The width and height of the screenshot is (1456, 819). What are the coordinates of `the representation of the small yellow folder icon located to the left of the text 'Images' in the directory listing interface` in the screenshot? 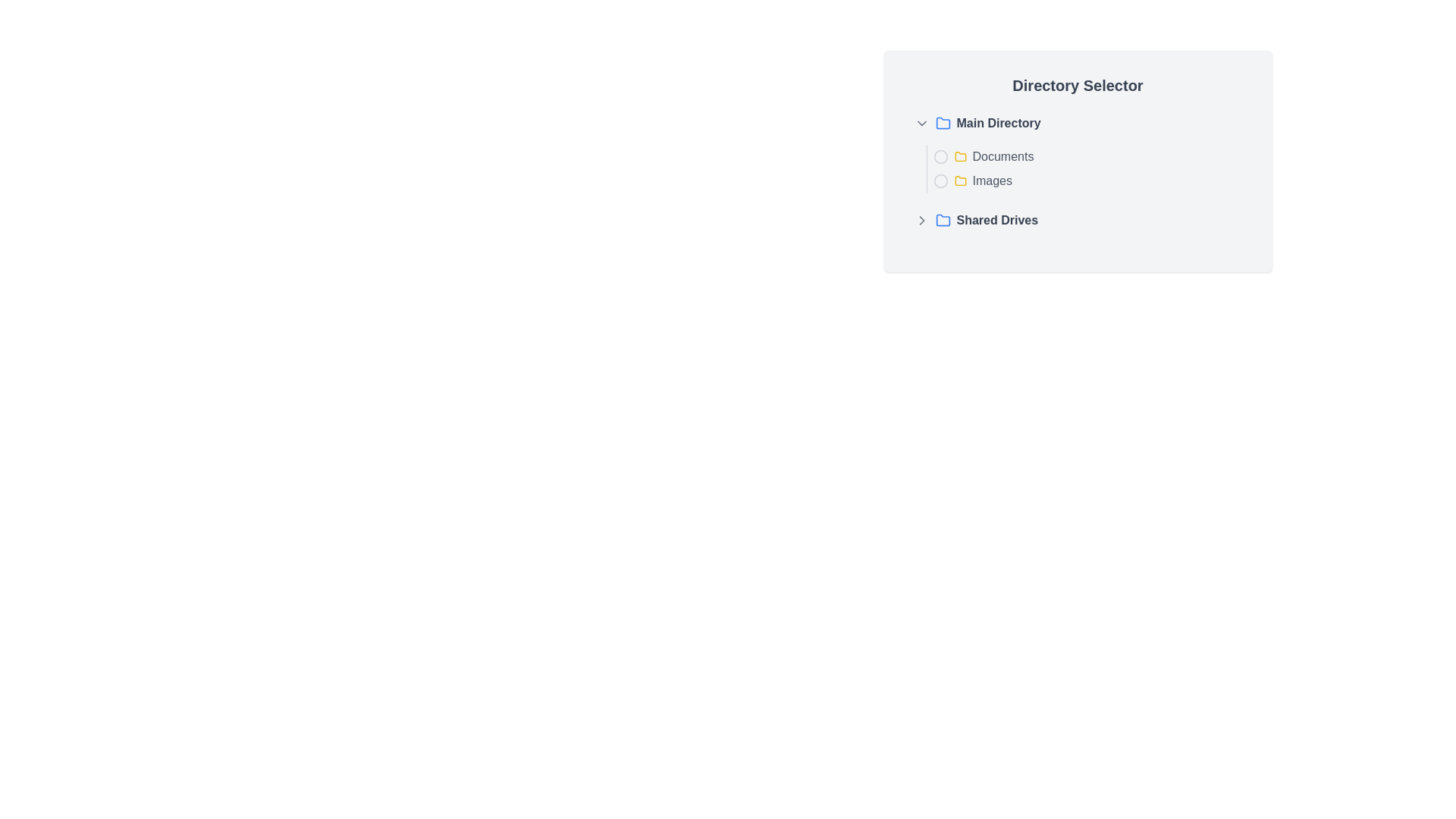 It's located at (959, 180).